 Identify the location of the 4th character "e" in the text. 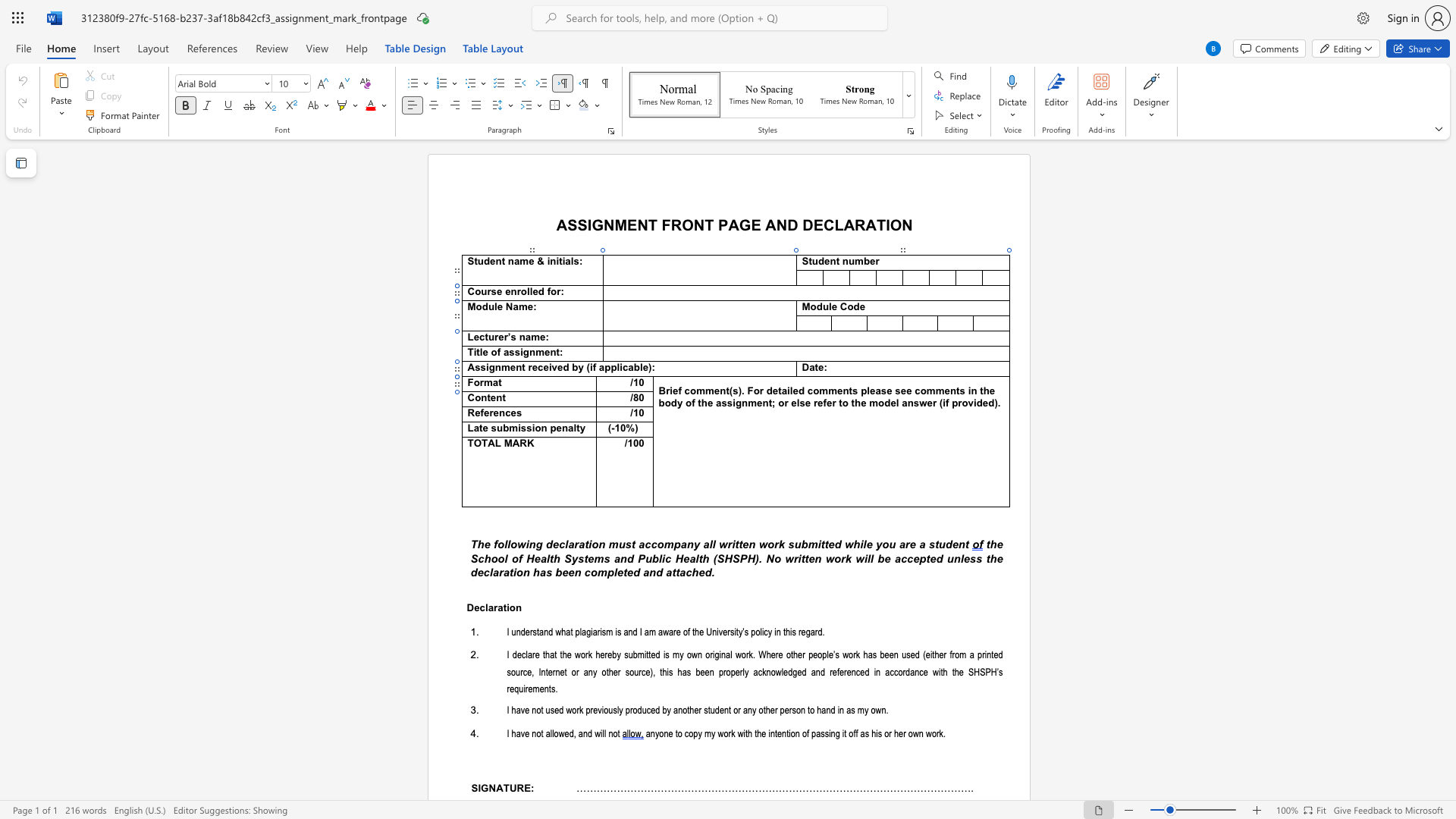
(513, 413).